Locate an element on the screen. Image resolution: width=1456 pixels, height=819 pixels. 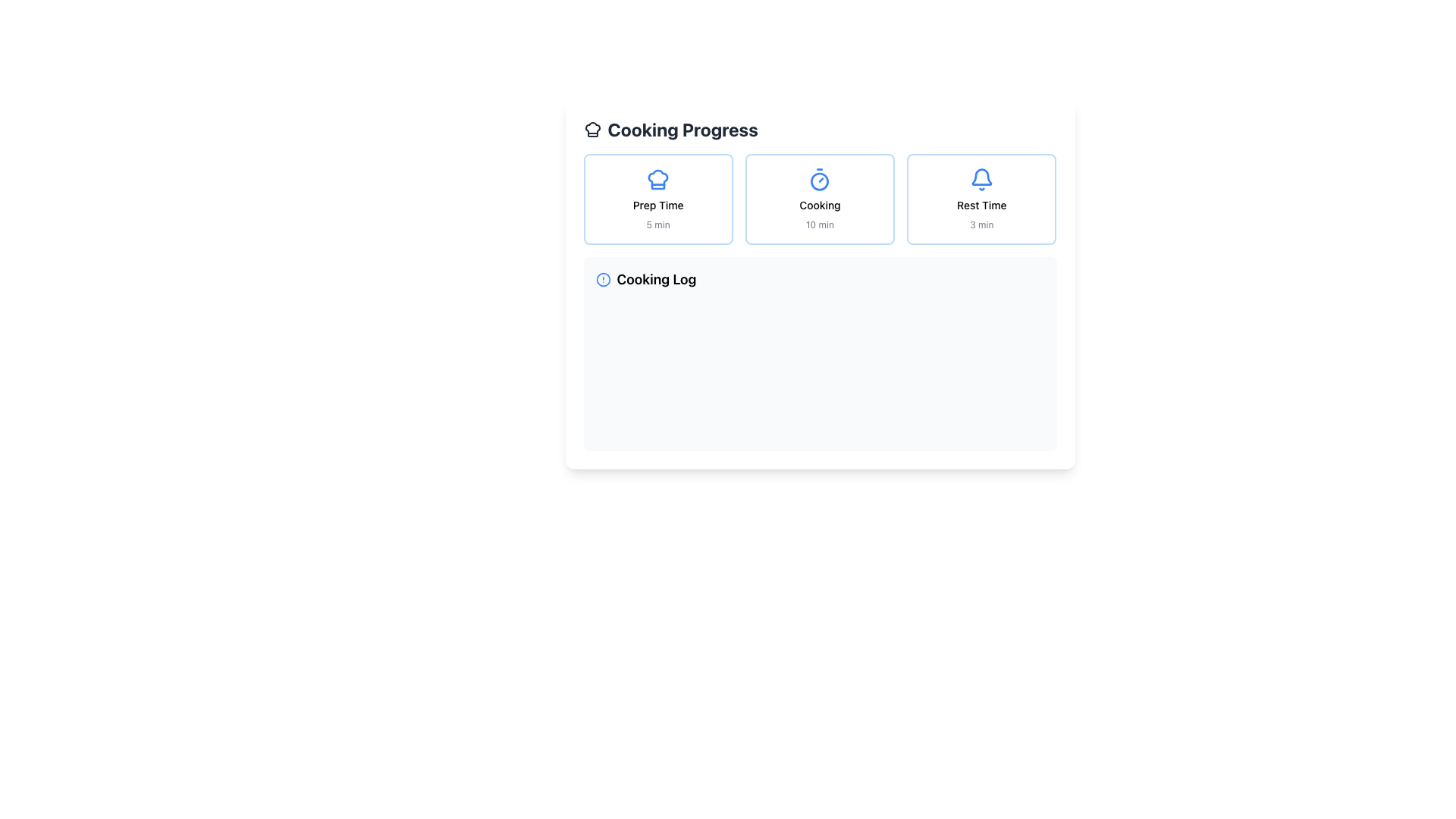
the static text label indicating the duration associated with the 'Rest Time' section, which is centrally aligned below the title 'Rest Time' is located at coordinates (981, 225).